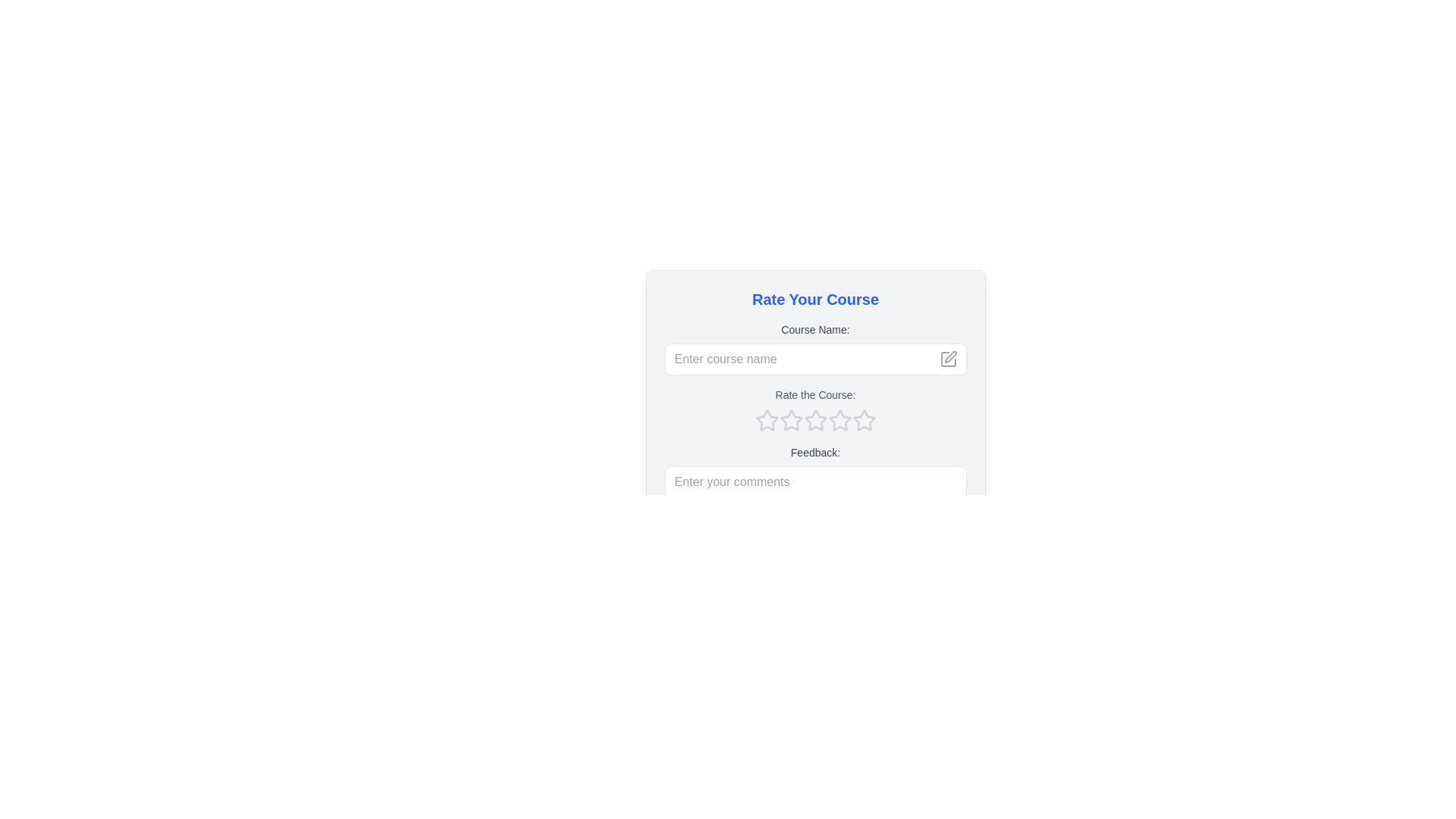 This screenshot has height=819, width=1456. Describe the element at coordinates (790, 420) in the screenshot. I see `the first star-shaped rating icon, which is light gray and has a hollow center` at that location.